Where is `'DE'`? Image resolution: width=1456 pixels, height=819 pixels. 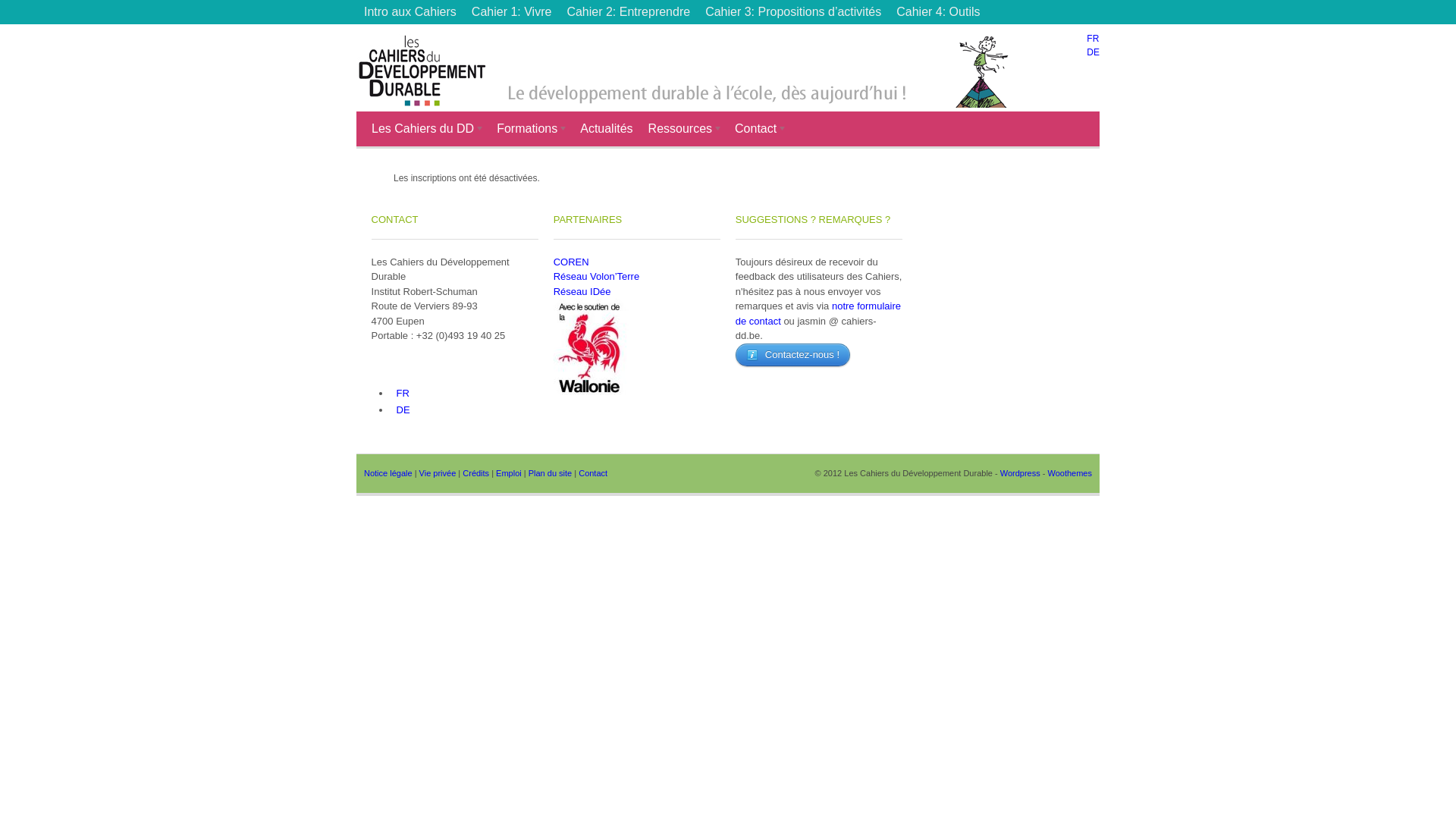 'DE' is located at coordinates (401, 408).